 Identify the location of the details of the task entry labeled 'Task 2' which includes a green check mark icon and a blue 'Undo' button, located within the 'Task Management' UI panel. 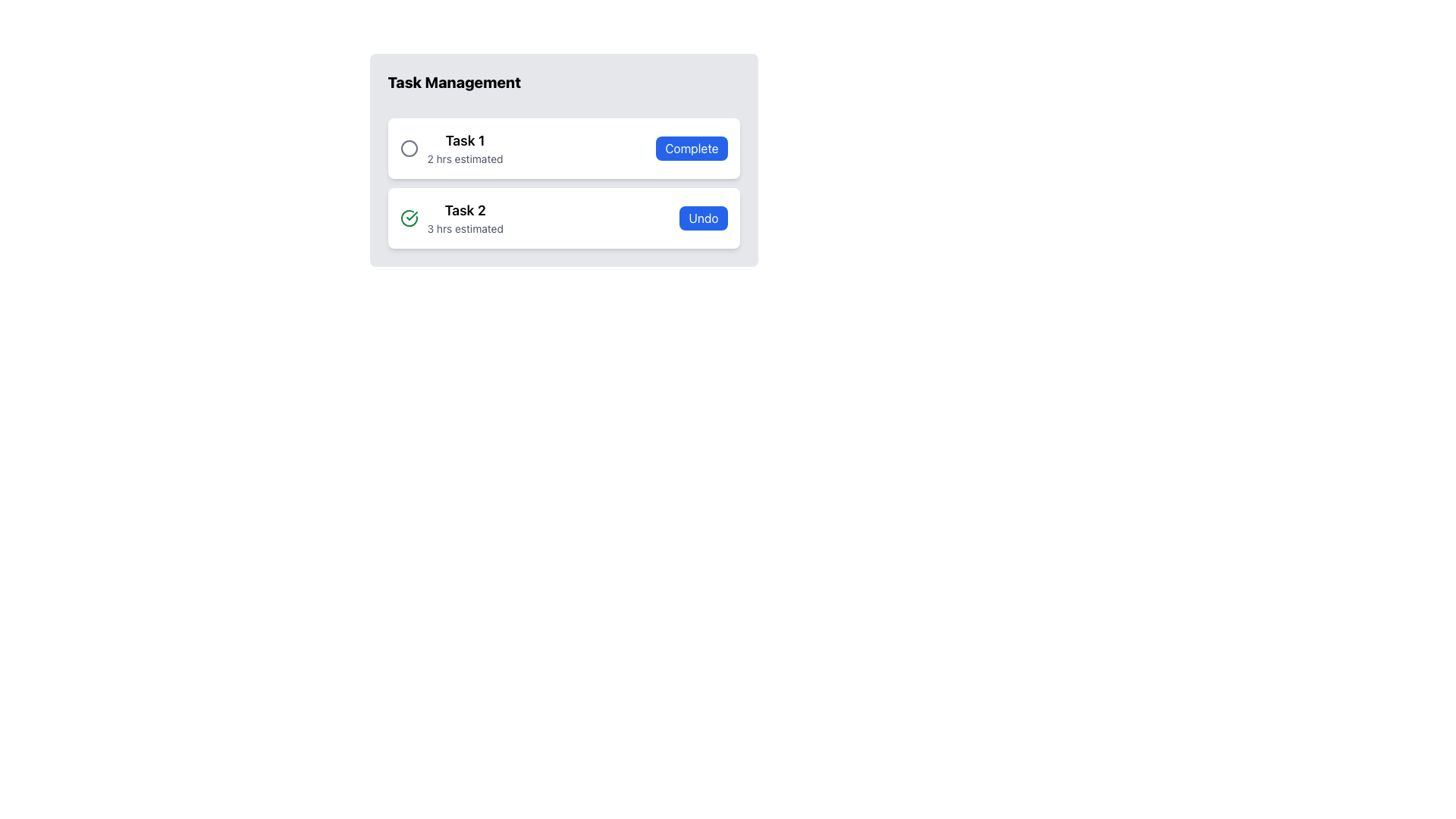
(563, 218).